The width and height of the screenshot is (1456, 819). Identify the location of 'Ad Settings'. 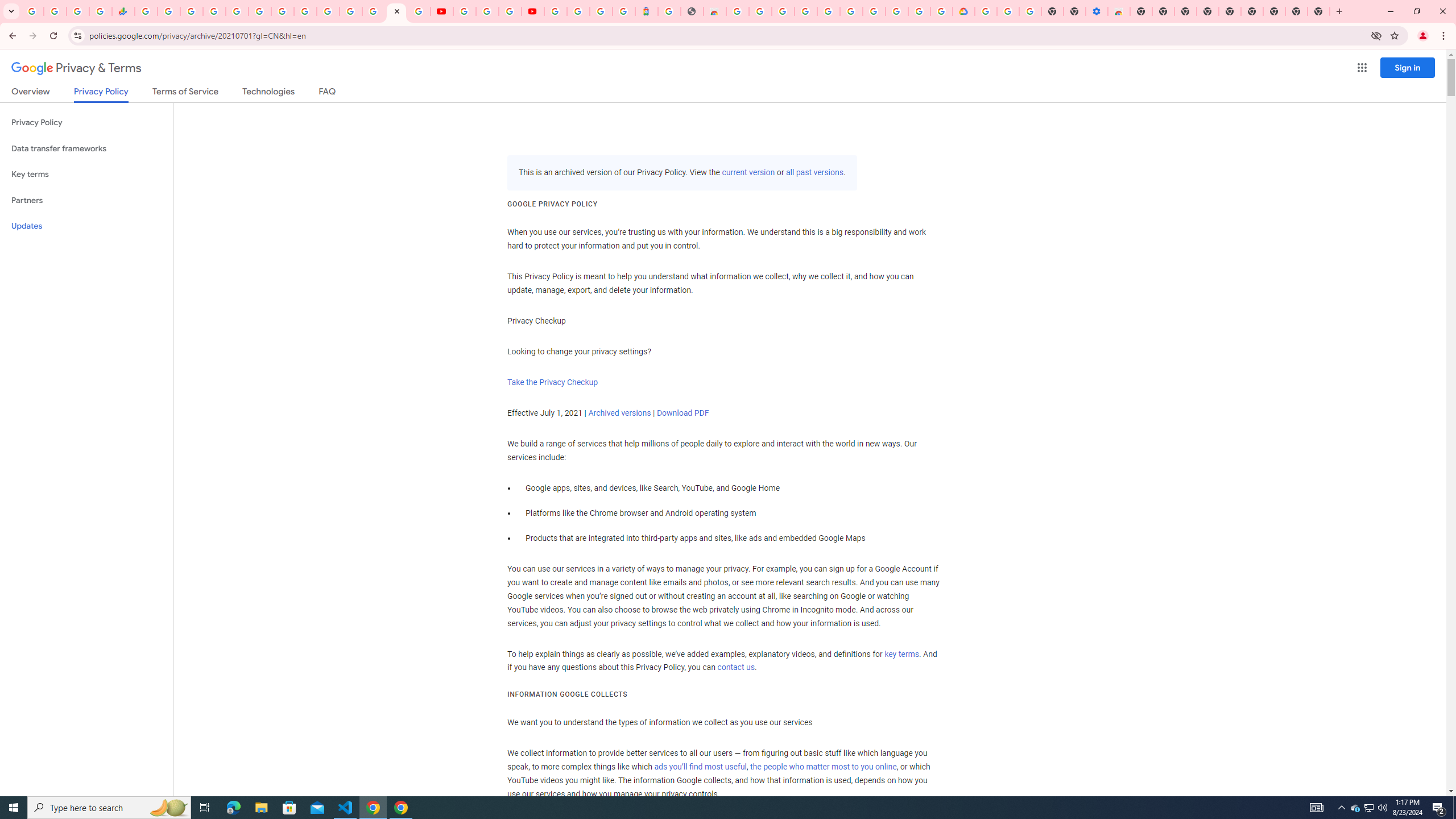
(805, 11).